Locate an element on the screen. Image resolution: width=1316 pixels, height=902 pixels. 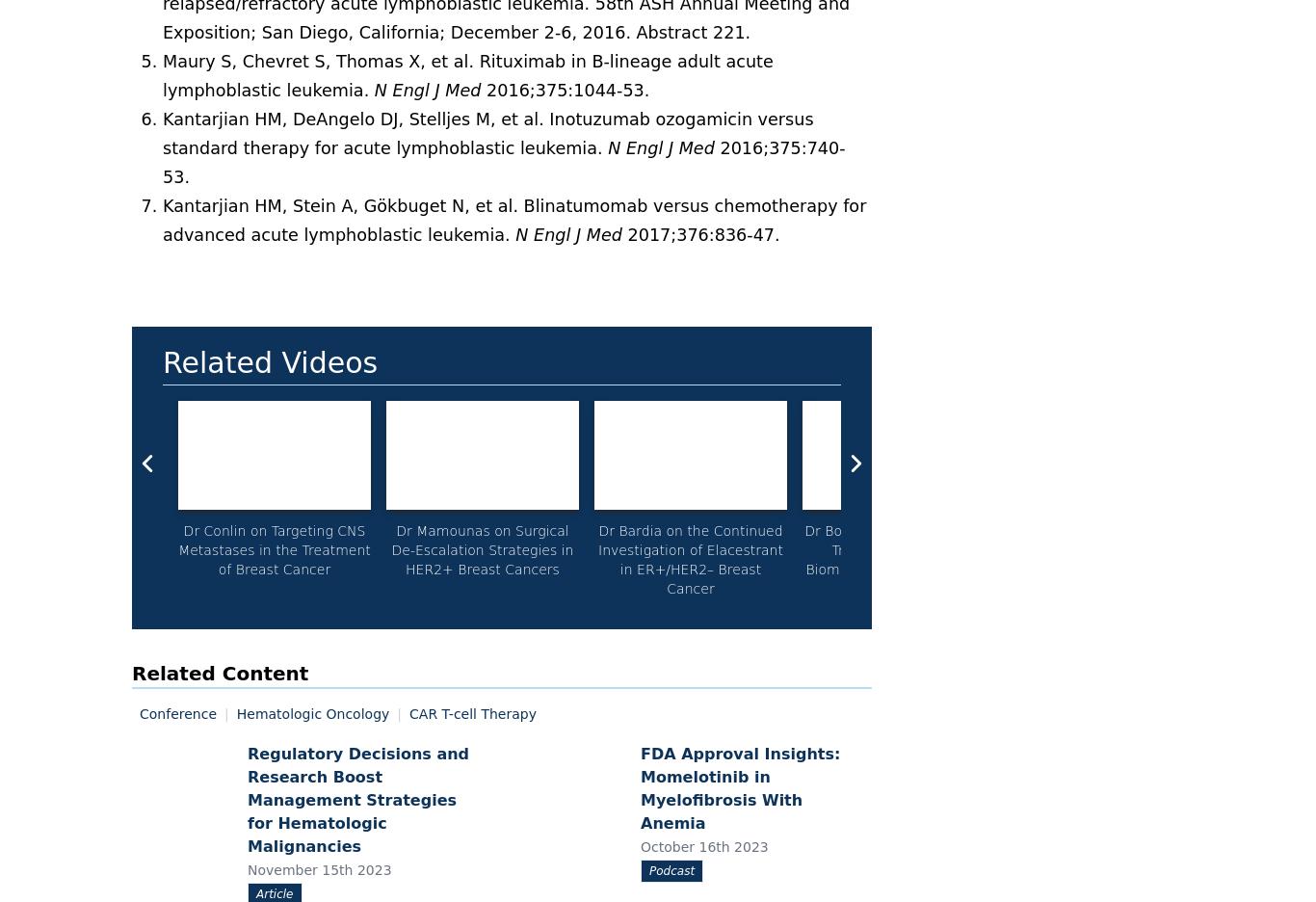
'October 16th 2023' is located at coordinates (703, 844).